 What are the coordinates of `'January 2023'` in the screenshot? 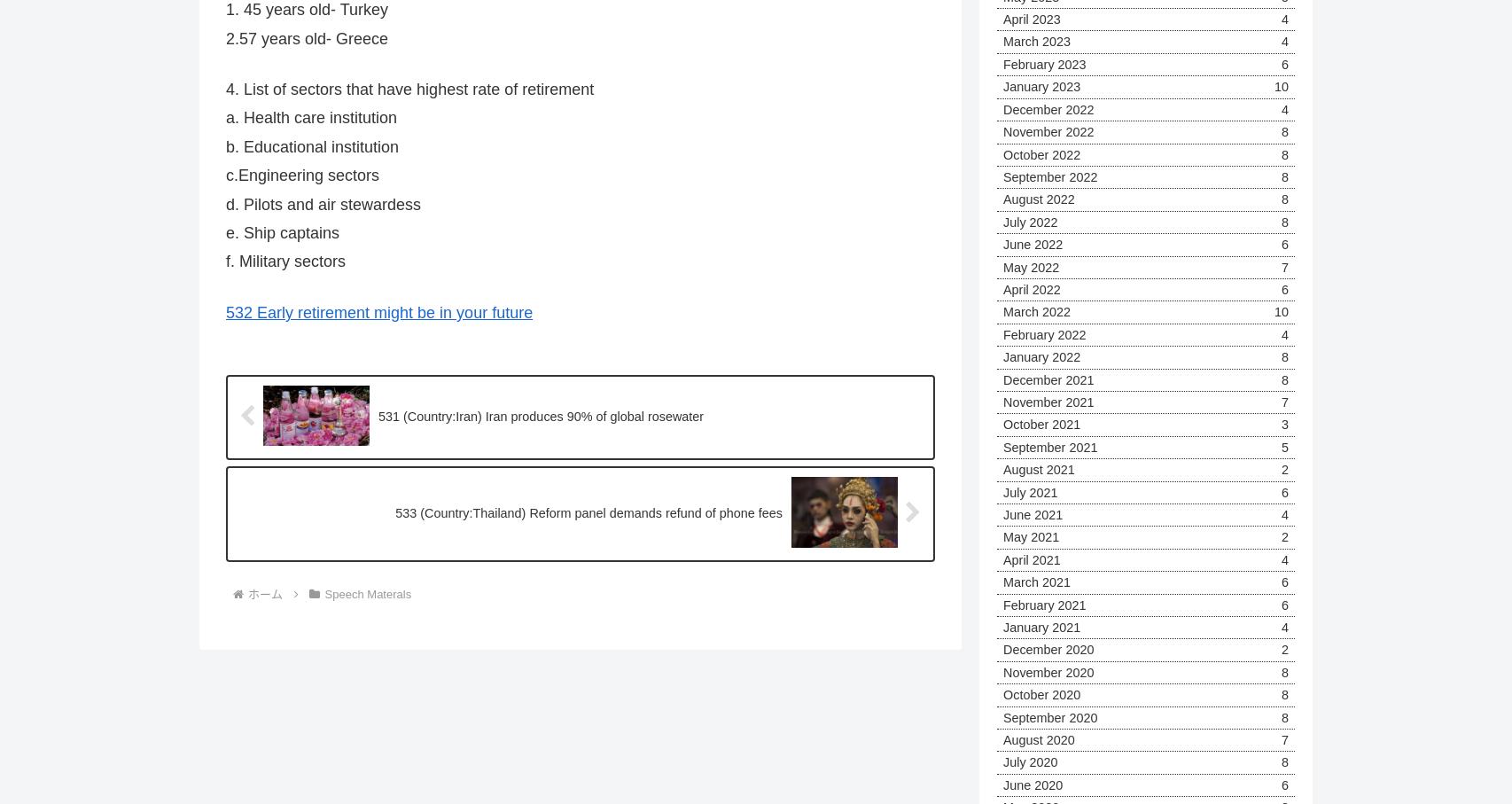 It's located at (1041, 85).